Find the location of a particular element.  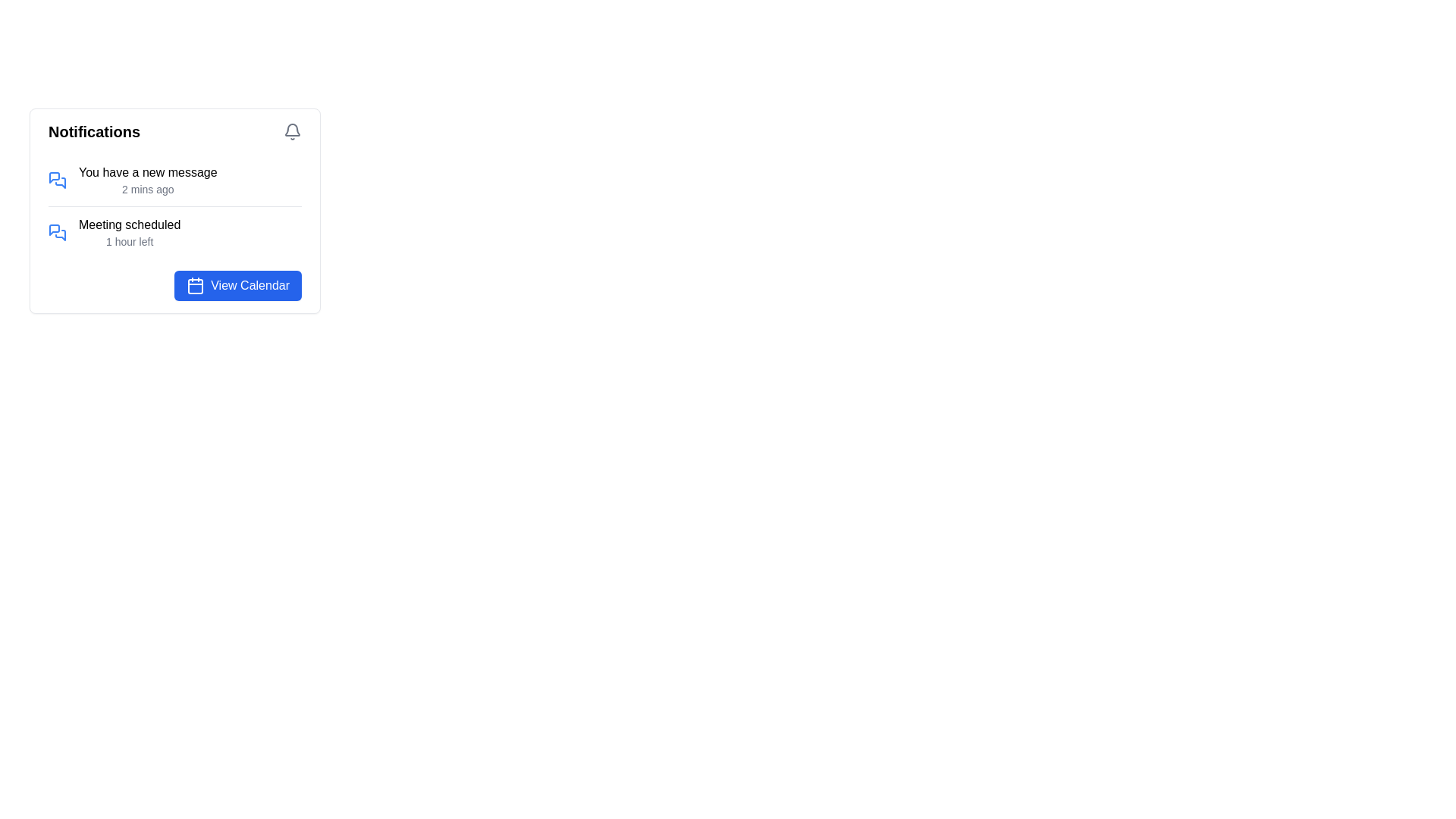

the 'View Calendar' button, which contains a calendar icon is located at coordinates (195, 286).